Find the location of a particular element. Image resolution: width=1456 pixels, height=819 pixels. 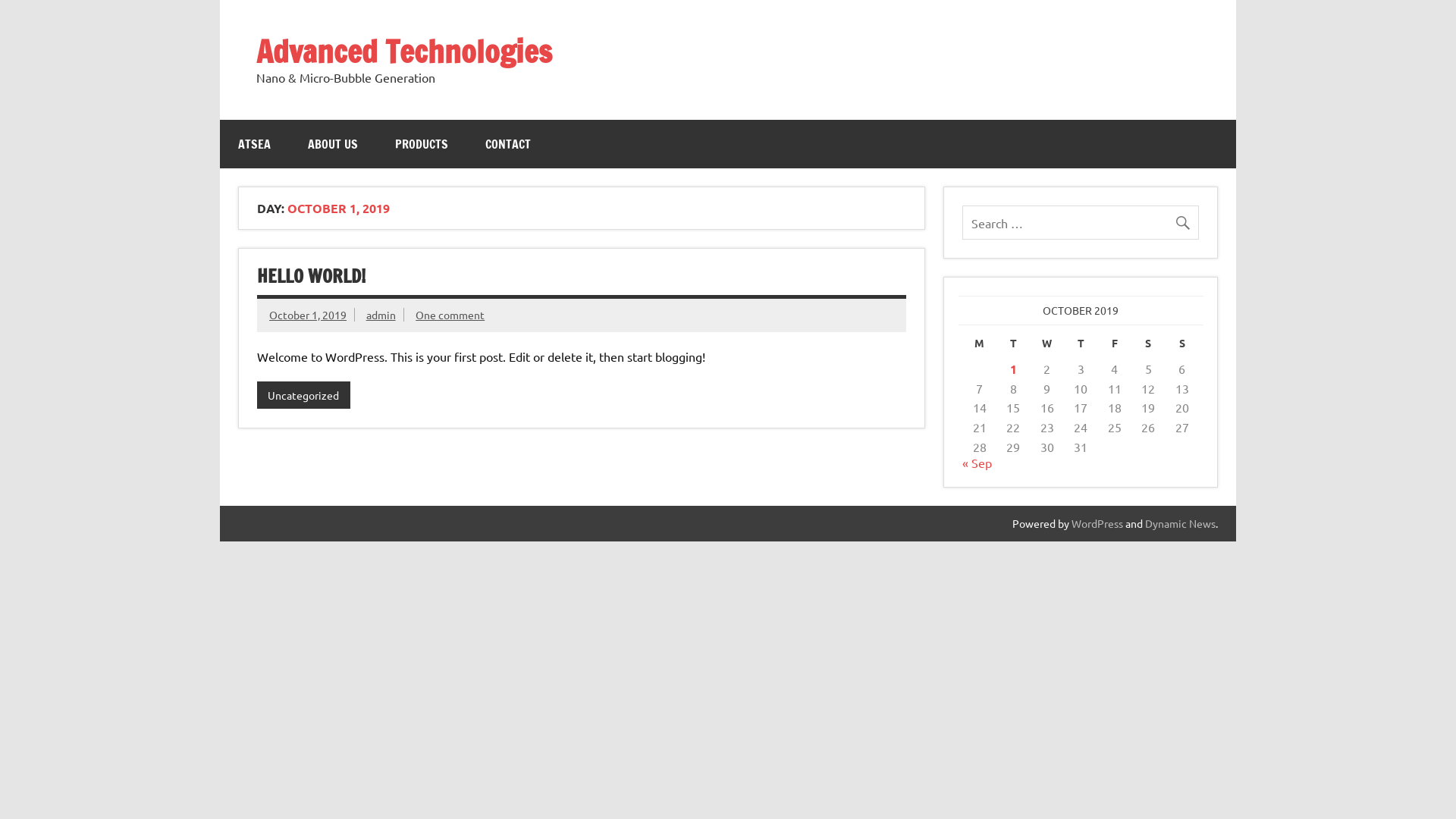

'One comment' is located at coordinates (449, 314).